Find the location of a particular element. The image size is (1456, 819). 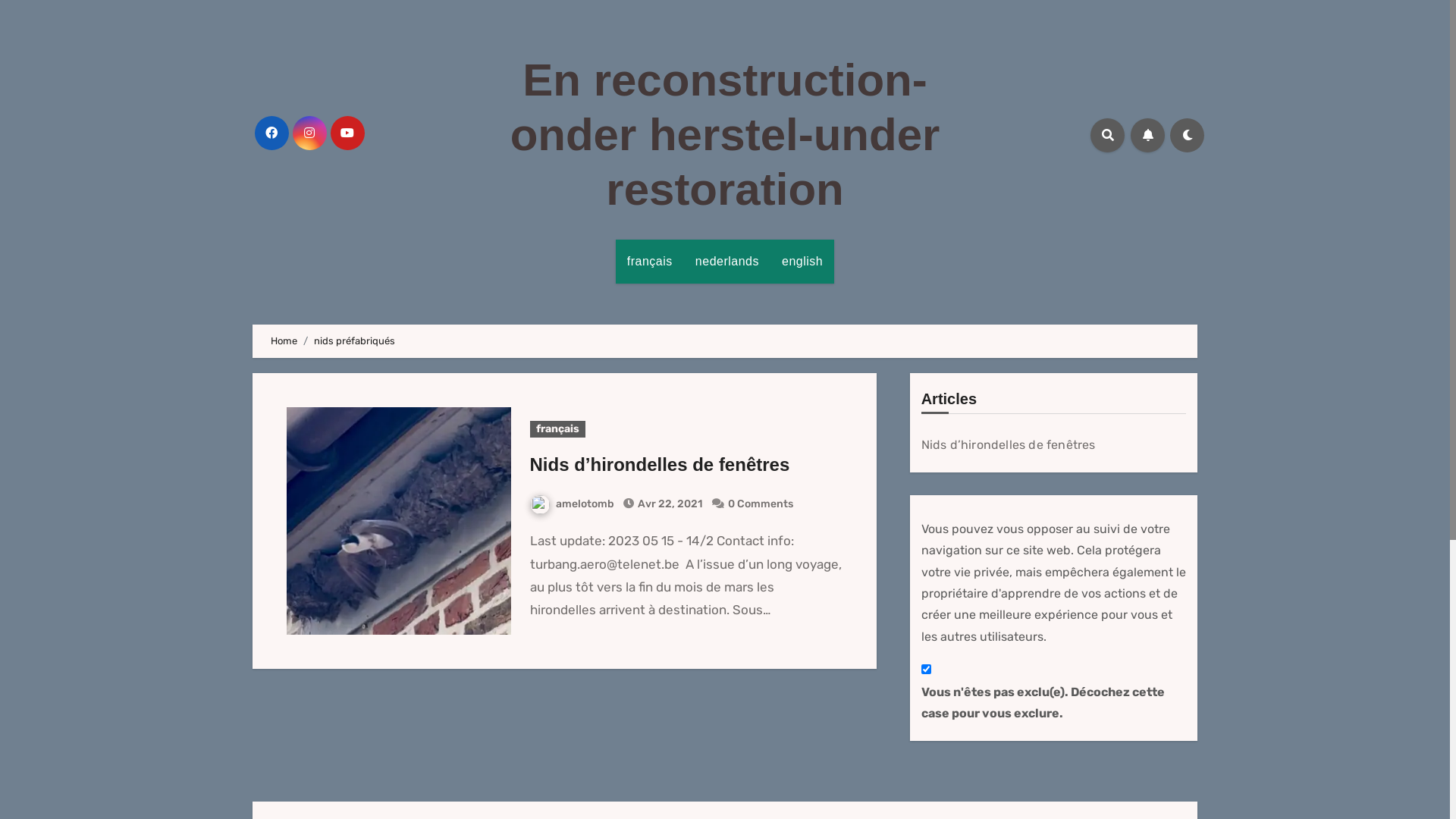

'Avr 22, 2021' is located at coordinates (635, 504).